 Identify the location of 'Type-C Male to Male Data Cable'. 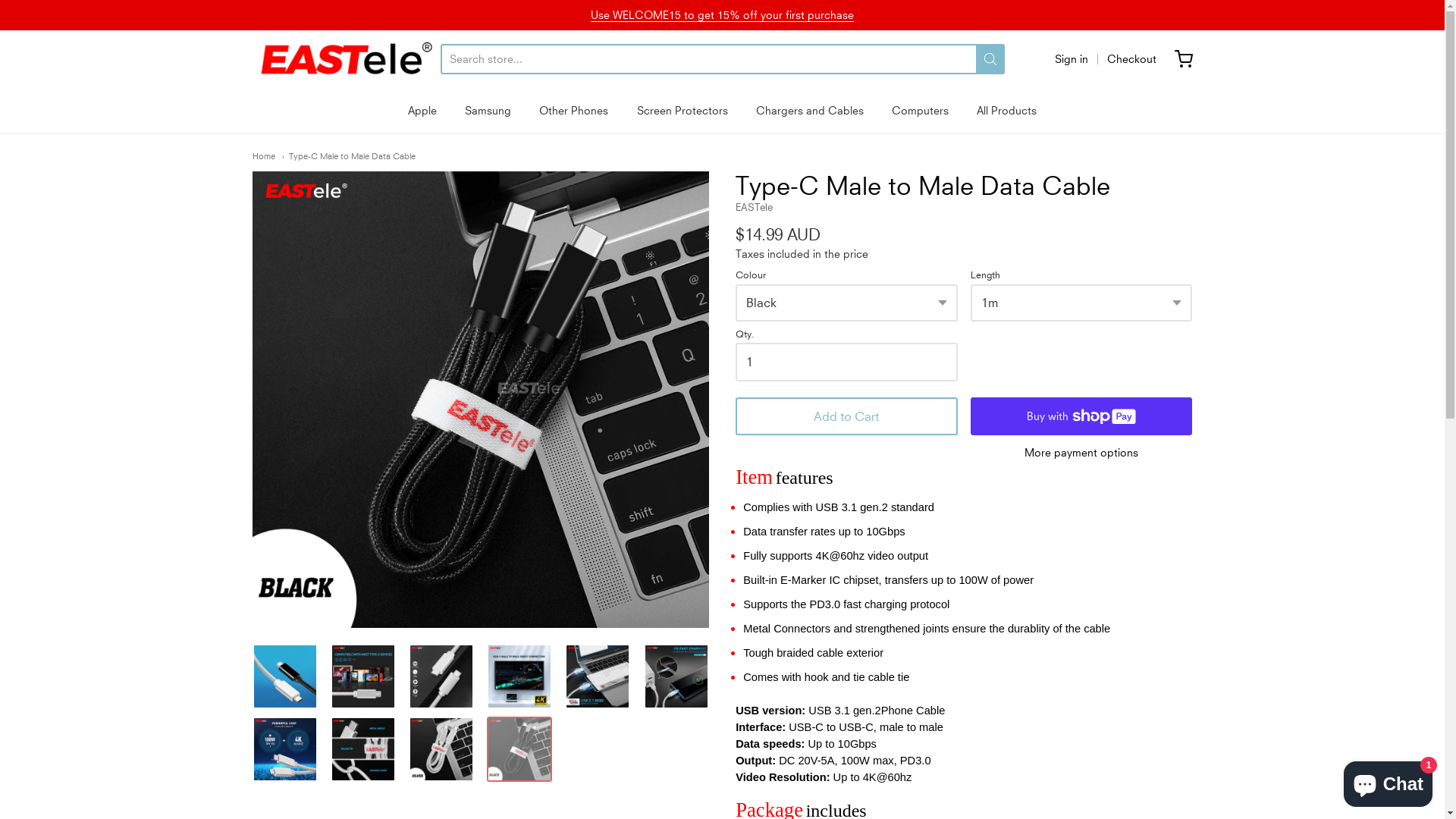
(282, 155).